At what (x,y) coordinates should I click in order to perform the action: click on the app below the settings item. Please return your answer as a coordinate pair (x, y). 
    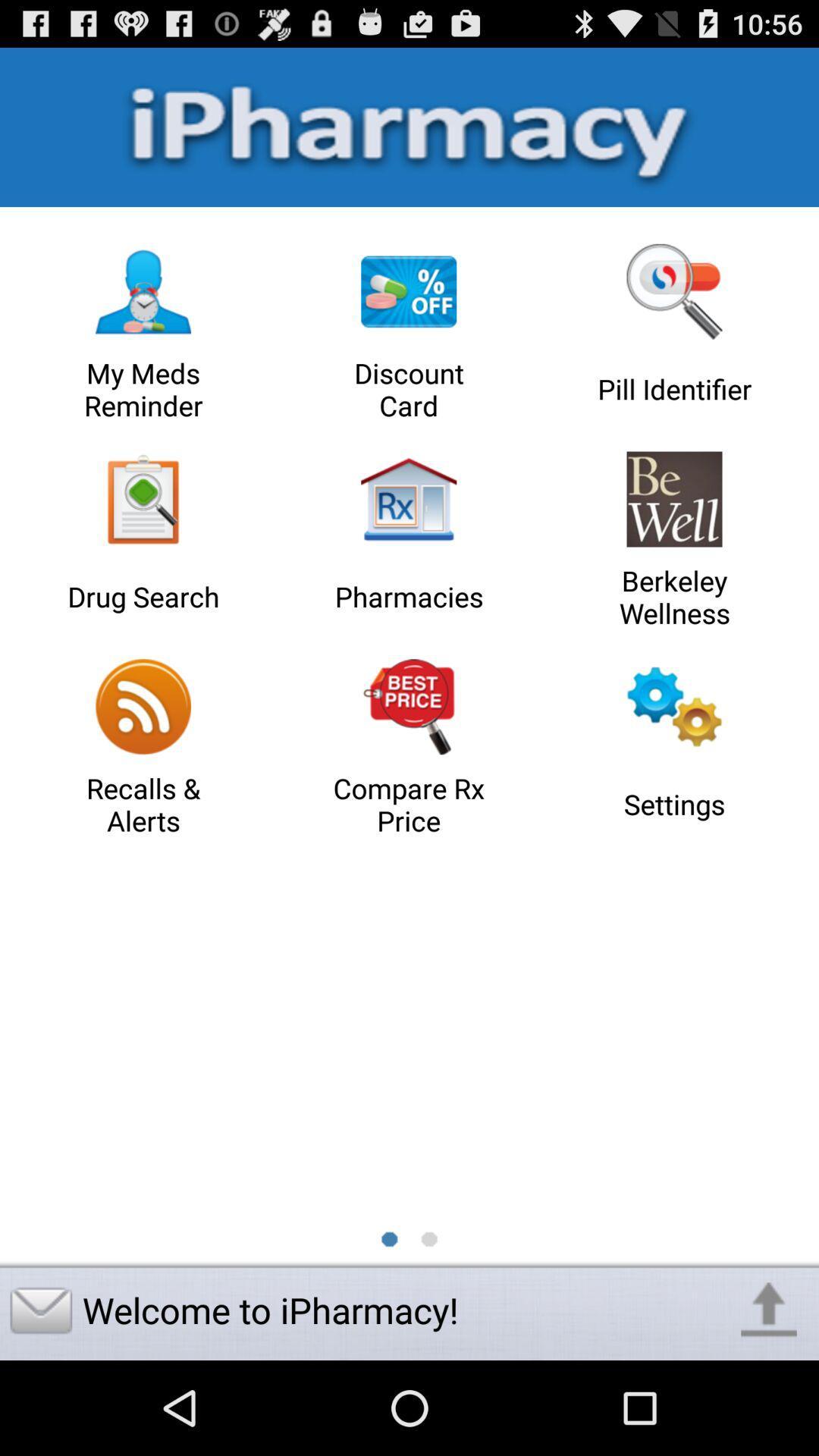
    Looking at the image, I should click on (769, 1310).